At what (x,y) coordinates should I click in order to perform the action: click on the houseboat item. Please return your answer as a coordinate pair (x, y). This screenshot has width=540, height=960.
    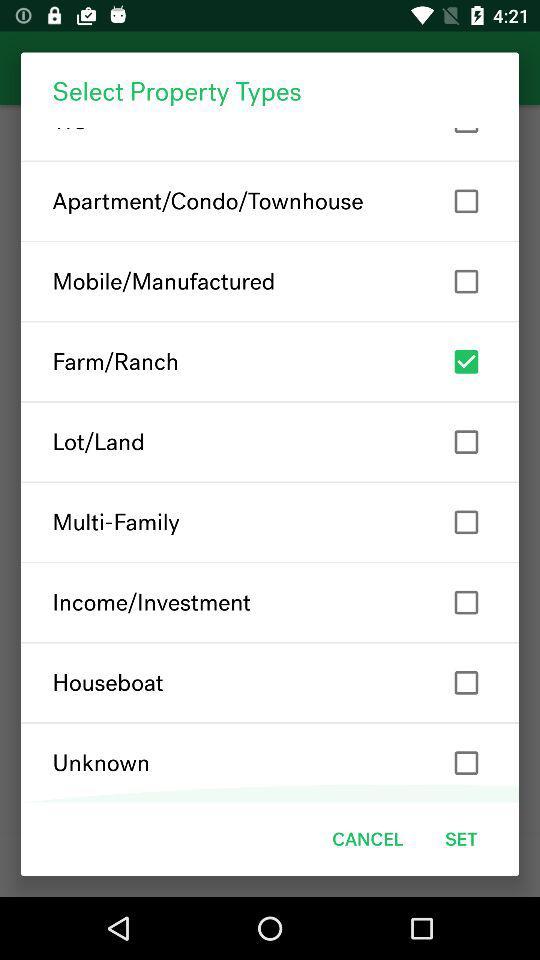
    Looking at the image, I should click on (270, 682).